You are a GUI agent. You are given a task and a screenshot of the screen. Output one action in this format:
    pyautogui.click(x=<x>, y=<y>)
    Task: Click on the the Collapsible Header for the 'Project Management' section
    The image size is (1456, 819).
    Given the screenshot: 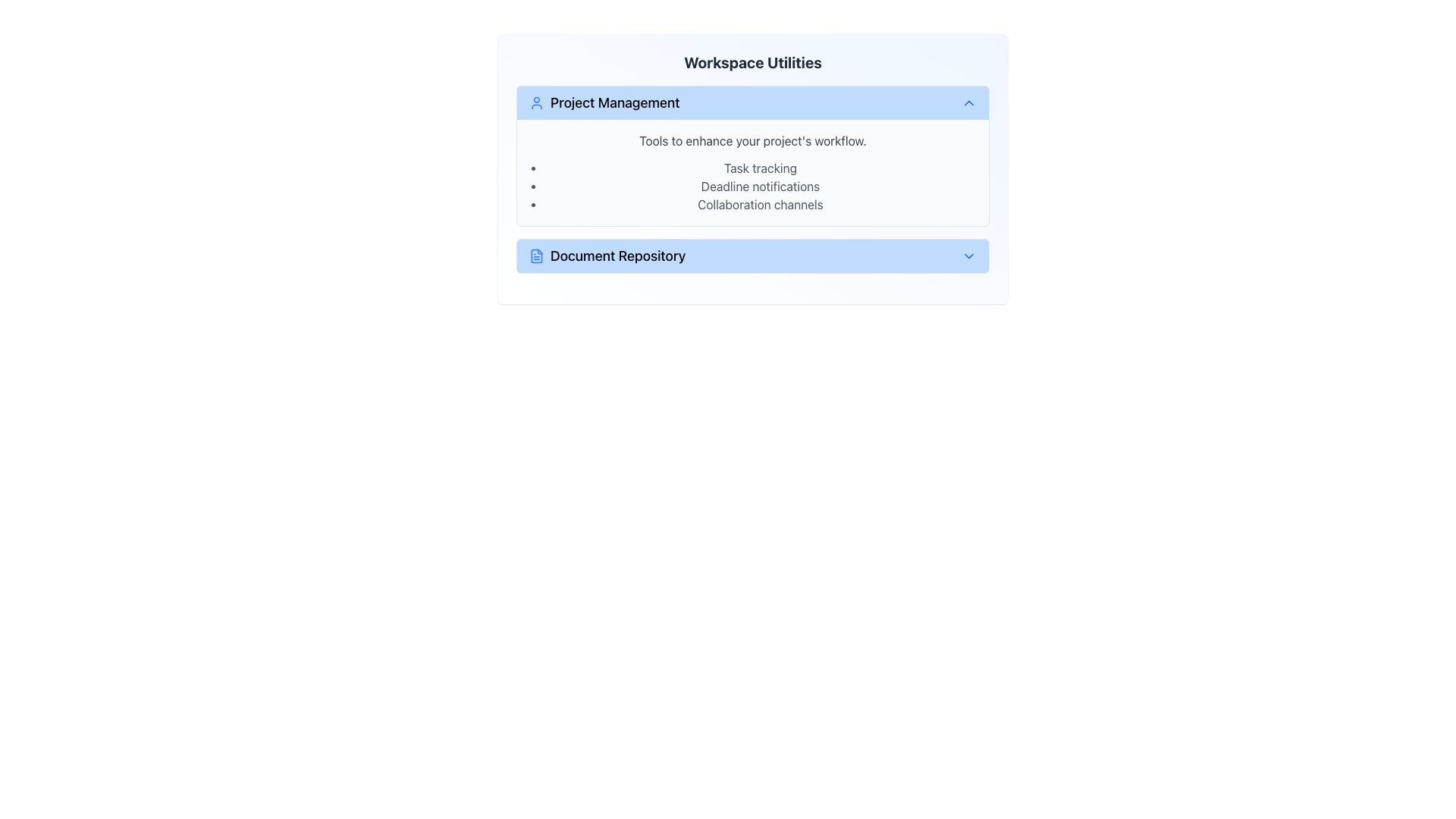 What is the action you would take?
    pyautogui.click(x=753, y=102)
    